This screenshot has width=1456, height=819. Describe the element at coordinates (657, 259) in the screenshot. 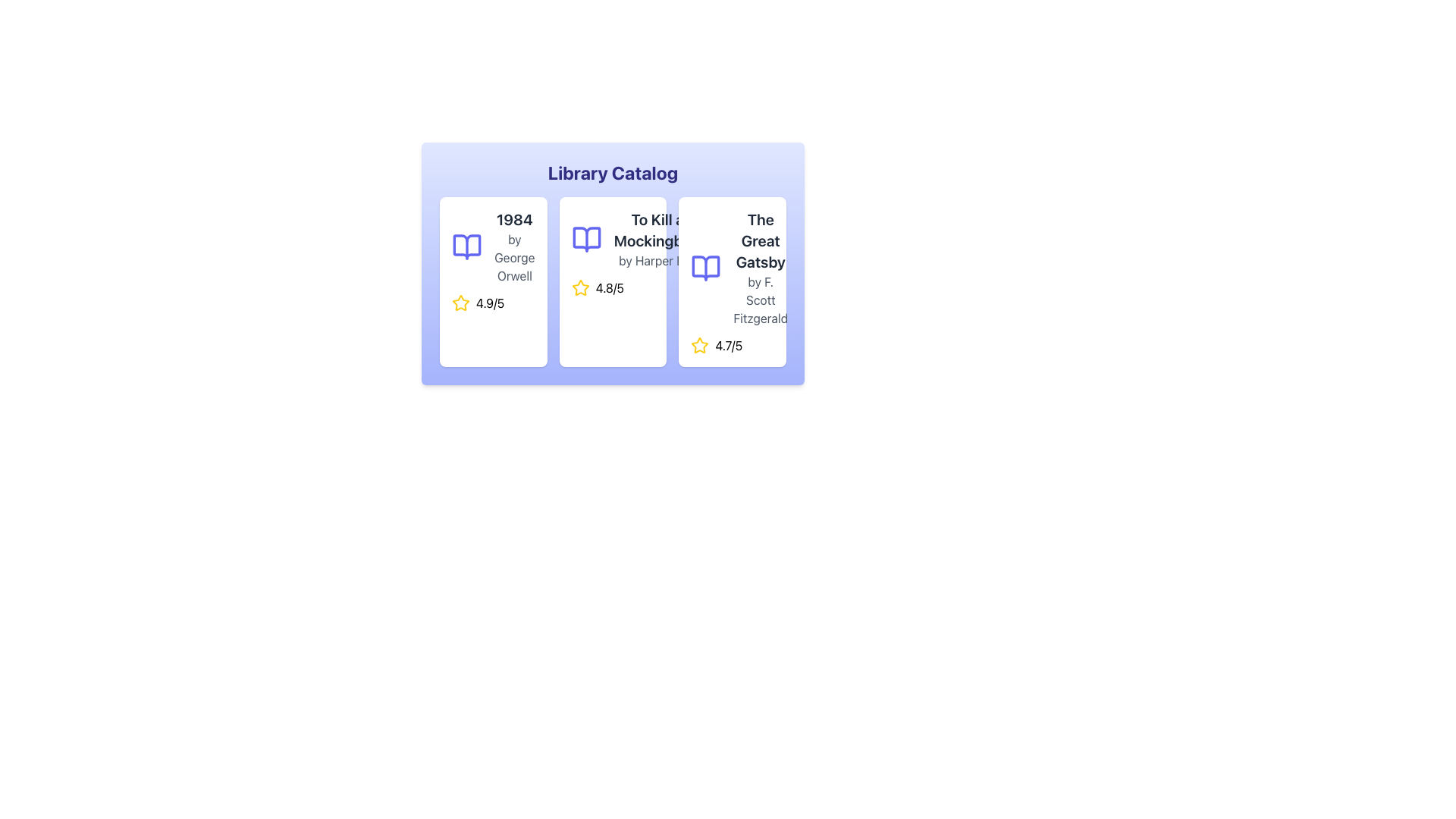

I see `the Text label displaying the author's name 'Harper Lee', located directly below the title 'To Kill a Mockingbird' in the middle card of the catalog` at that location.